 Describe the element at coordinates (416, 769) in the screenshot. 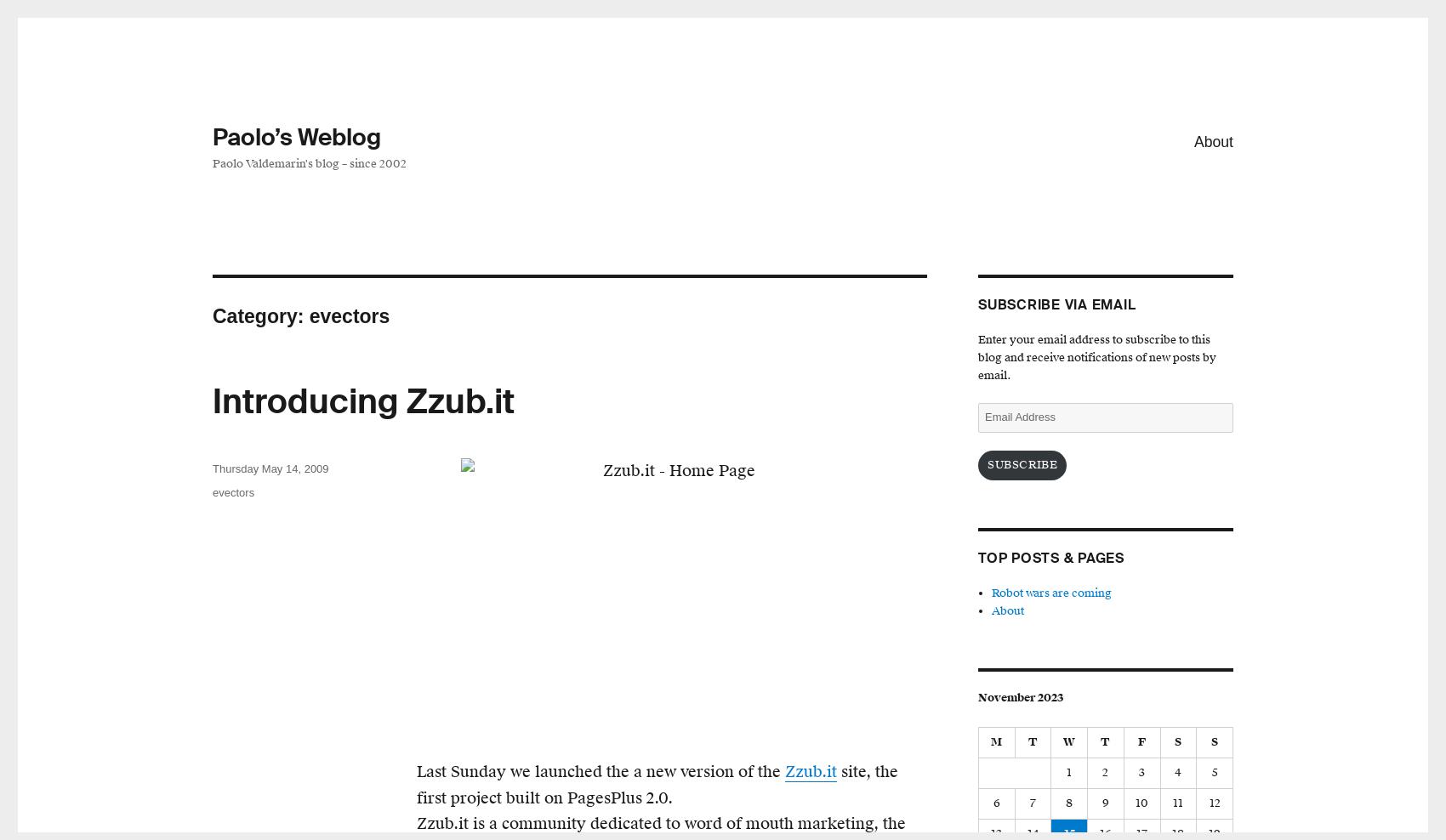

I see `'Last Sunday we launched the a new version of the'` at that location.